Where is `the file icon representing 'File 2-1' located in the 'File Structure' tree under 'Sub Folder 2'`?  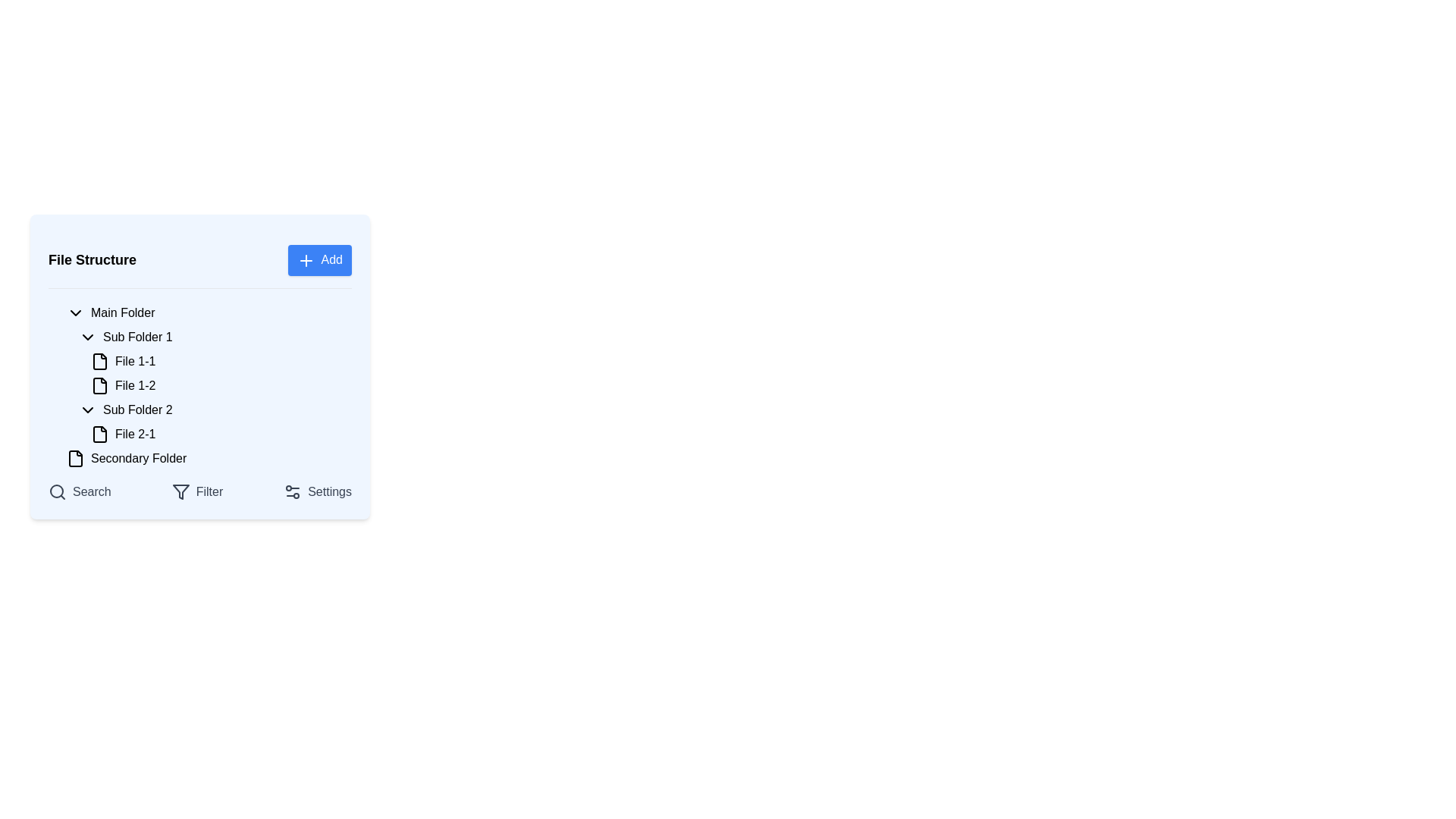 the file icon representing 'File 2-1' located in the 'File Structure' tree under 'Sub Folder 2' is located at coordinates (99, 433).